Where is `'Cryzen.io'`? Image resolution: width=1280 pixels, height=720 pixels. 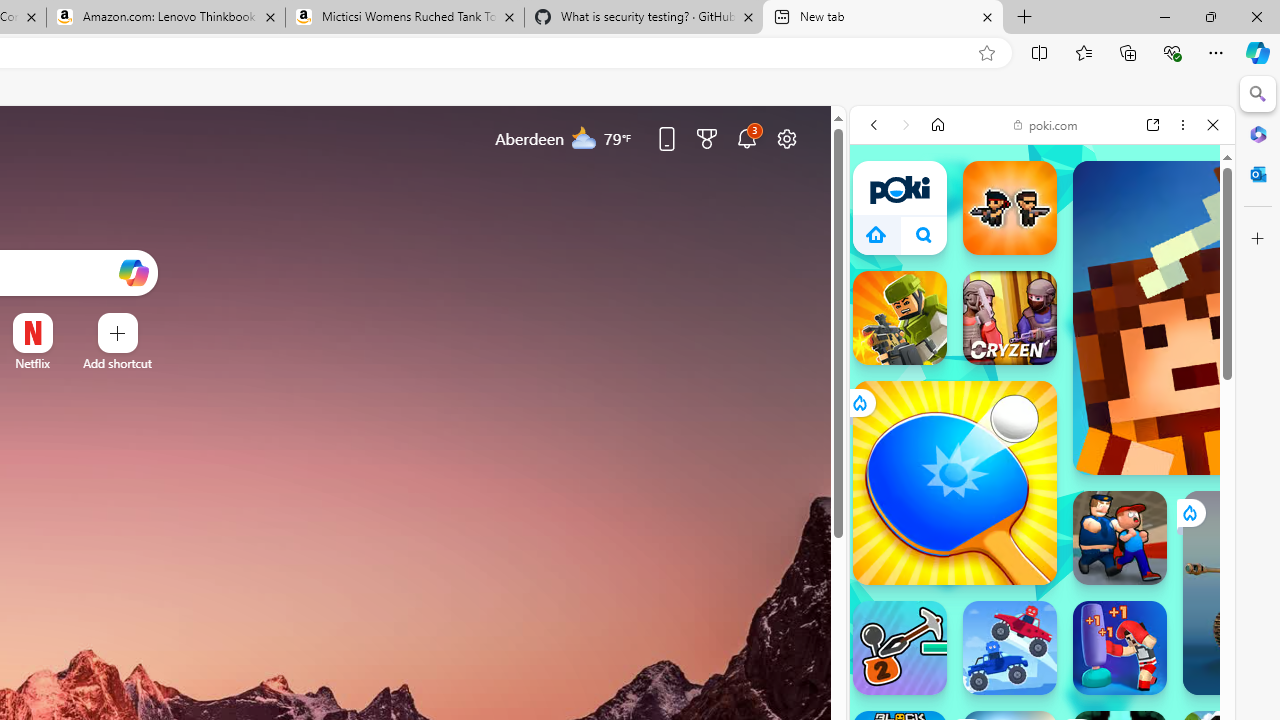
'Cryzen.io' is located at coordinates (1009, 316).